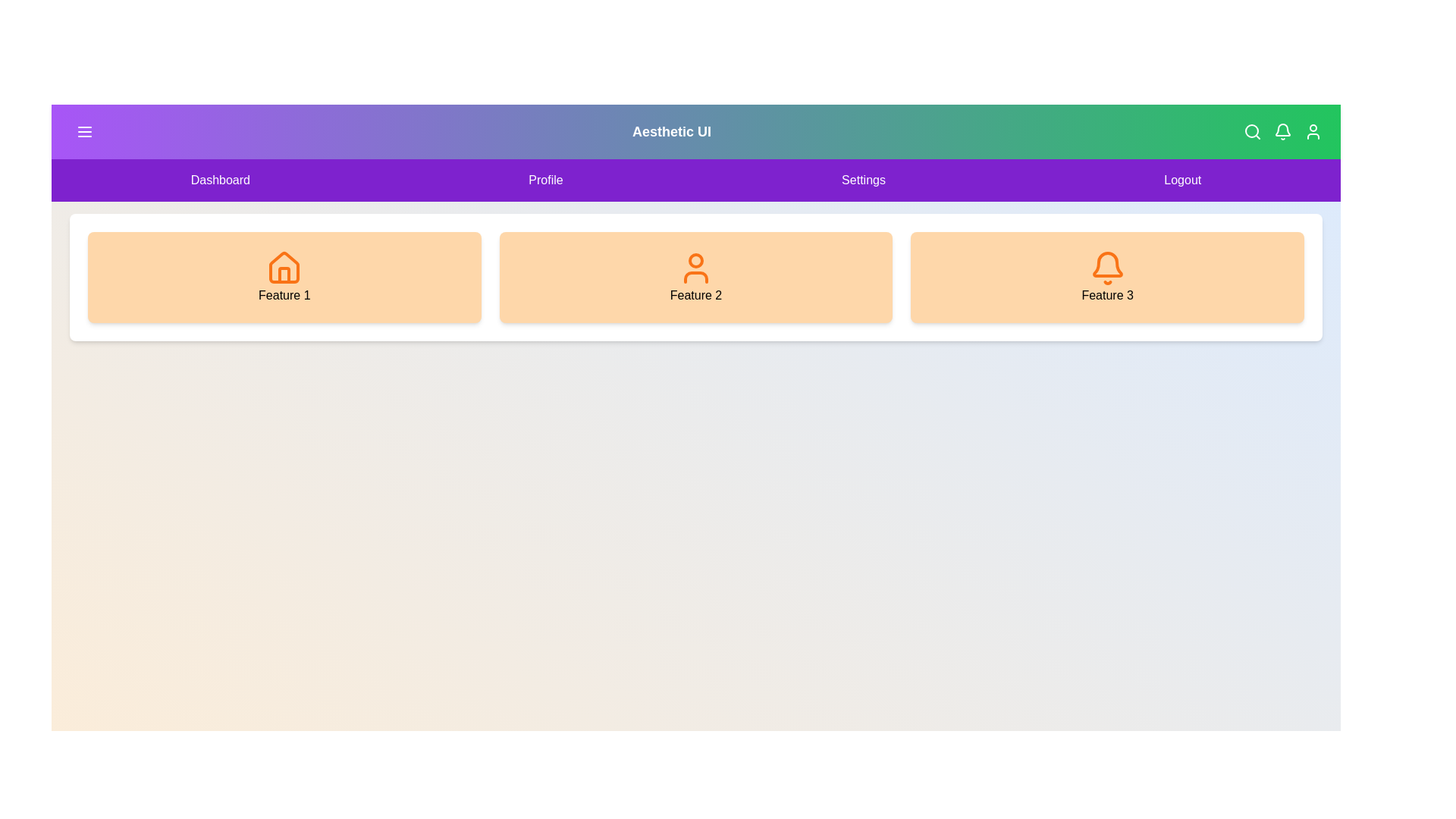  What do you see at coordinates (1282, 130) in the screenshot?
I see `the notifications icon in the header` at bounding box center [1282, 130].